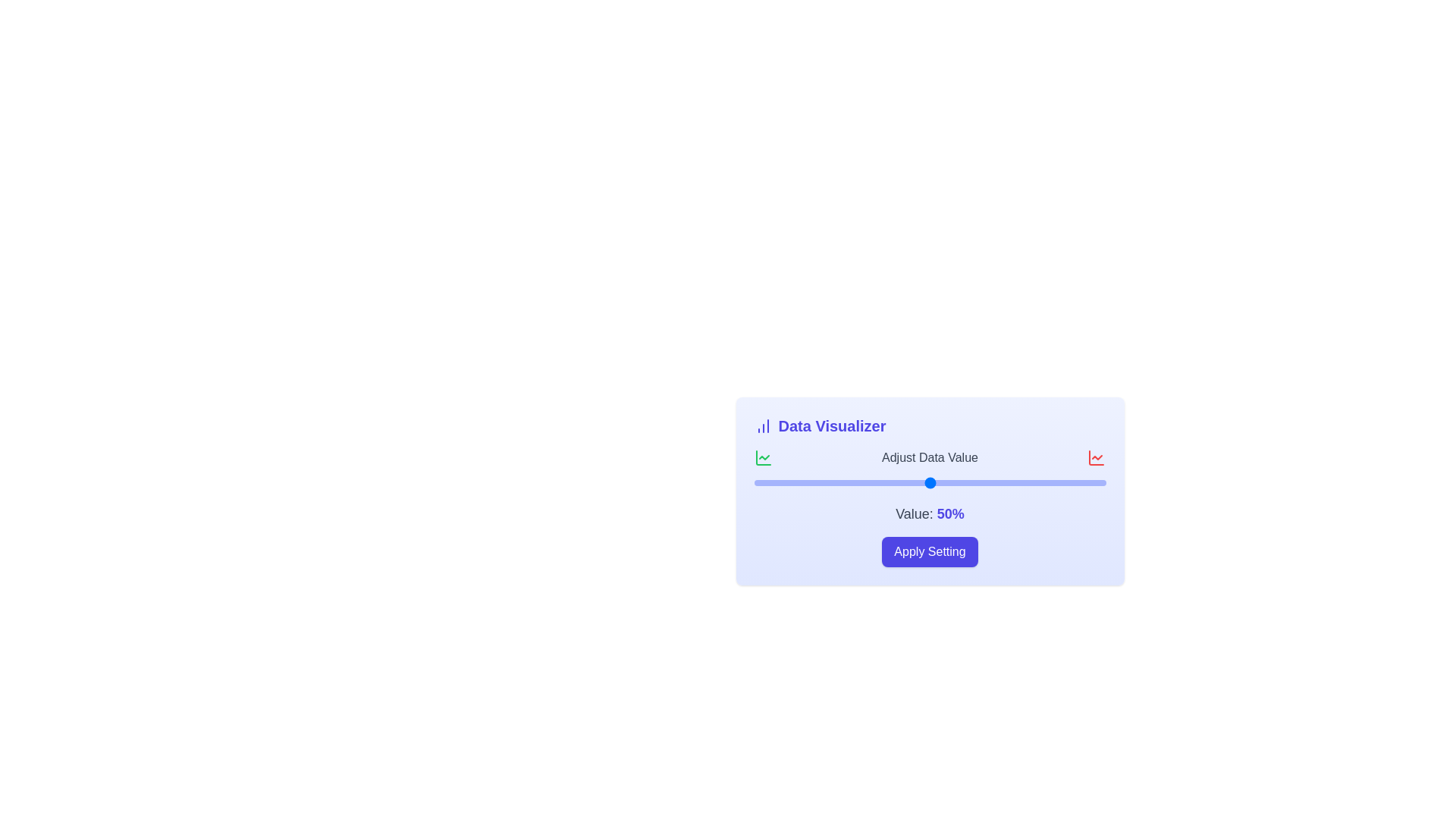  What do you see at coordinates (817, 482) in the screenshot?
I see `the slider value` at bounding box center [817, 482].